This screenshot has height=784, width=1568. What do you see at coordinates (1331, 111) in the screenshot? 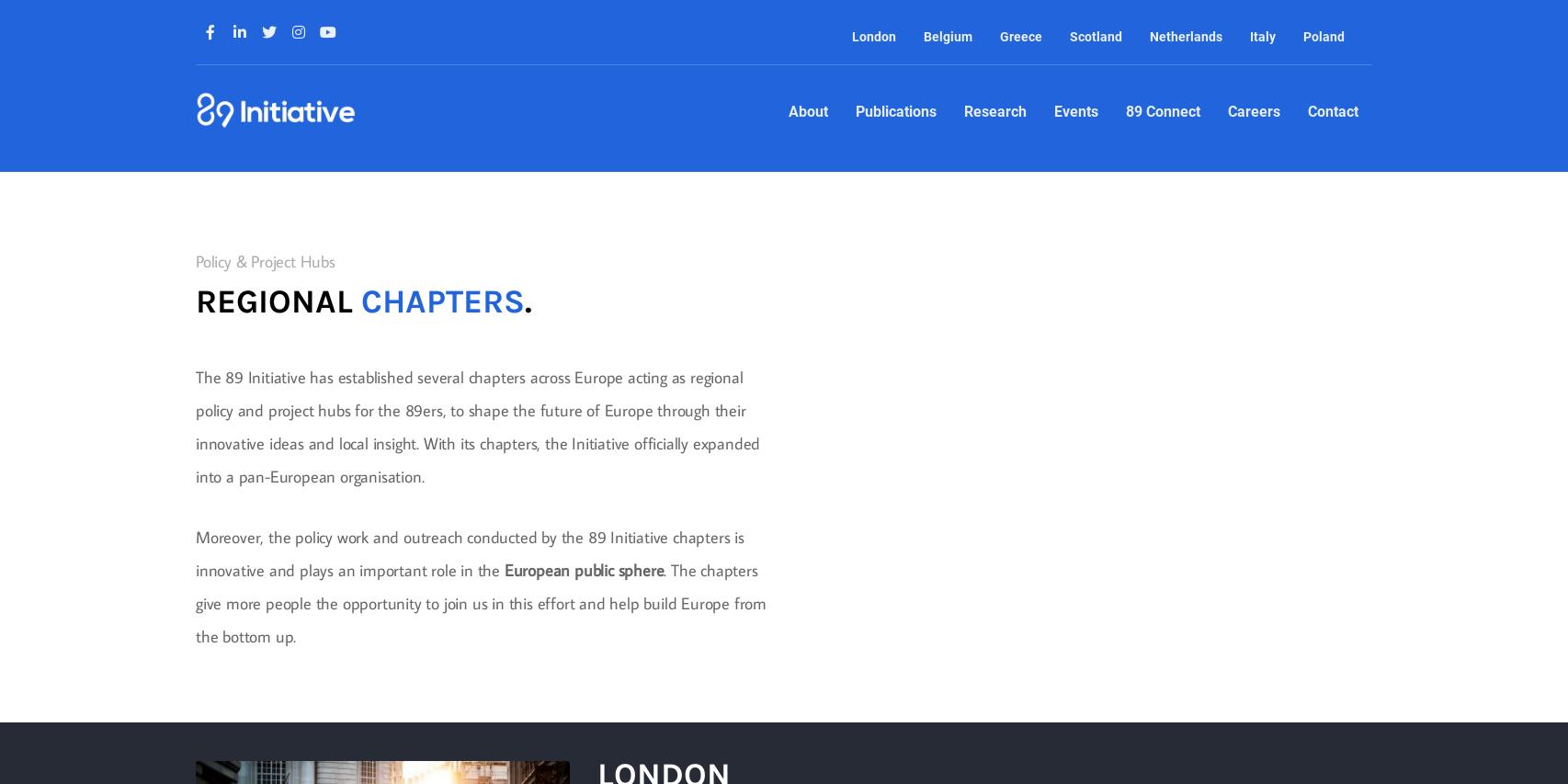
I see `'Contact'` at bounding box center [1331, 111].